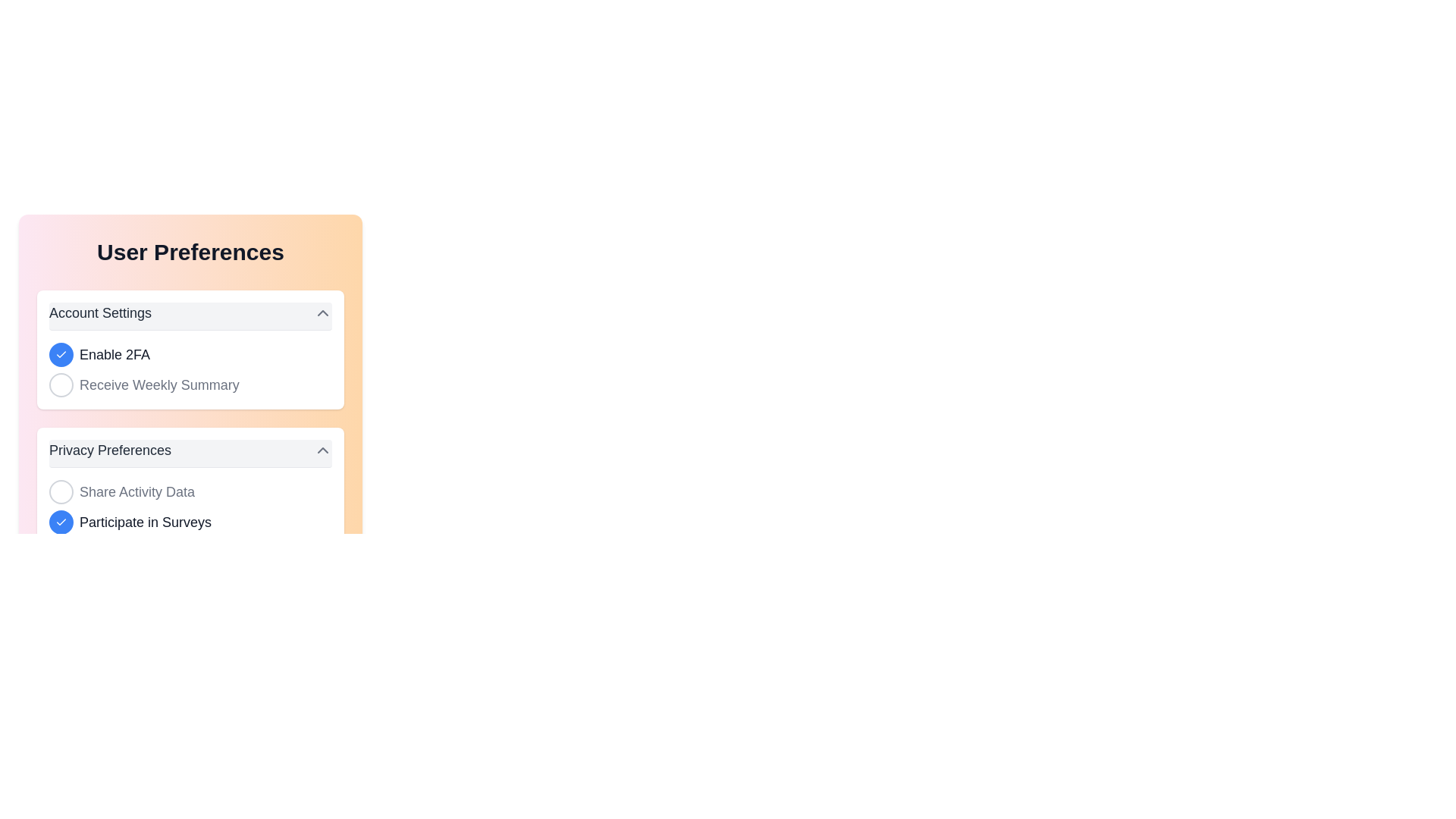  What do you see at coordinates (322, 312) in the screenshot?
I see `the chevron icon` at bounding box center [322, 312].